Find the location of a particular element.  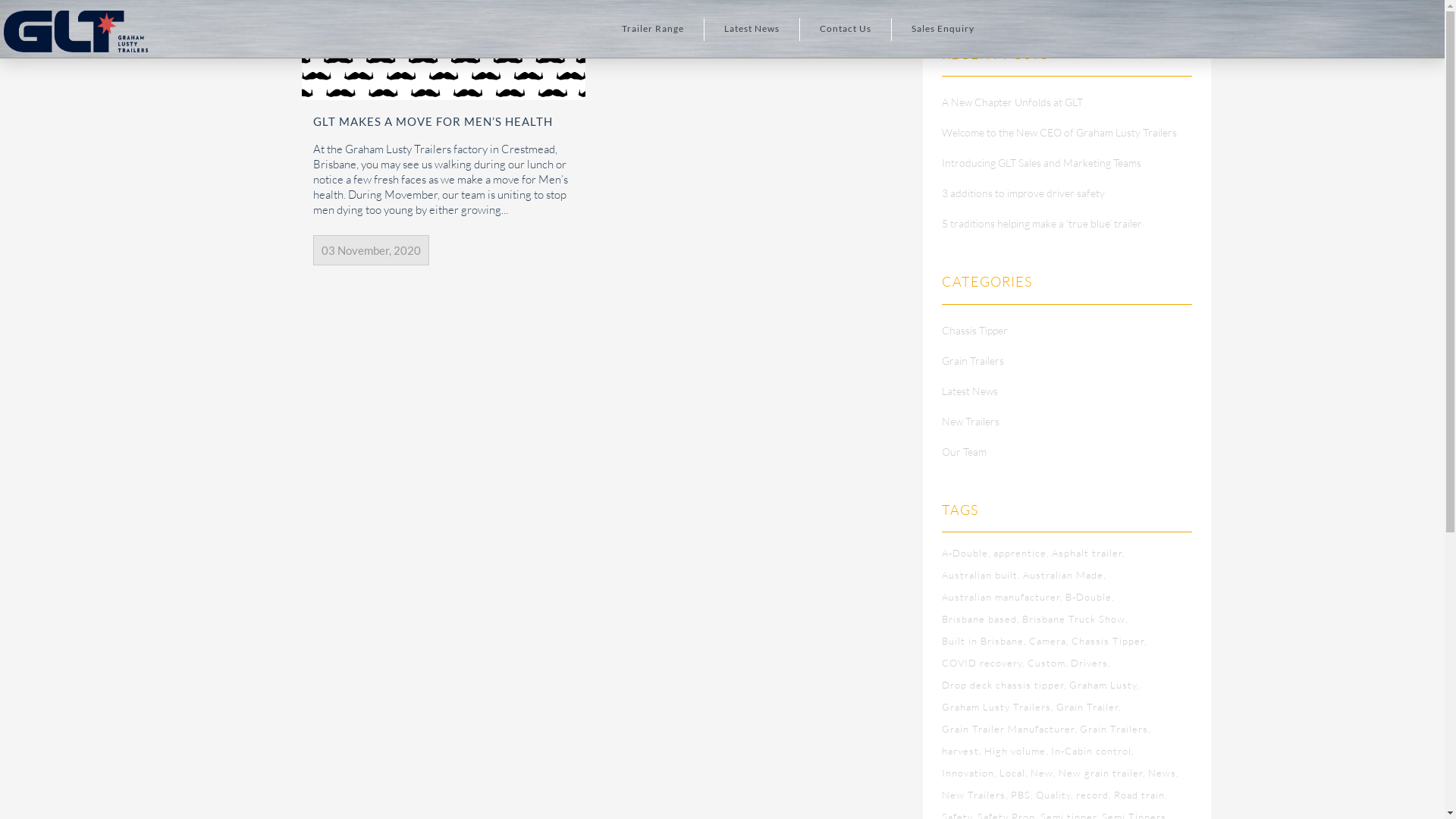

'Custom' is located at coordinates (1047, 662).